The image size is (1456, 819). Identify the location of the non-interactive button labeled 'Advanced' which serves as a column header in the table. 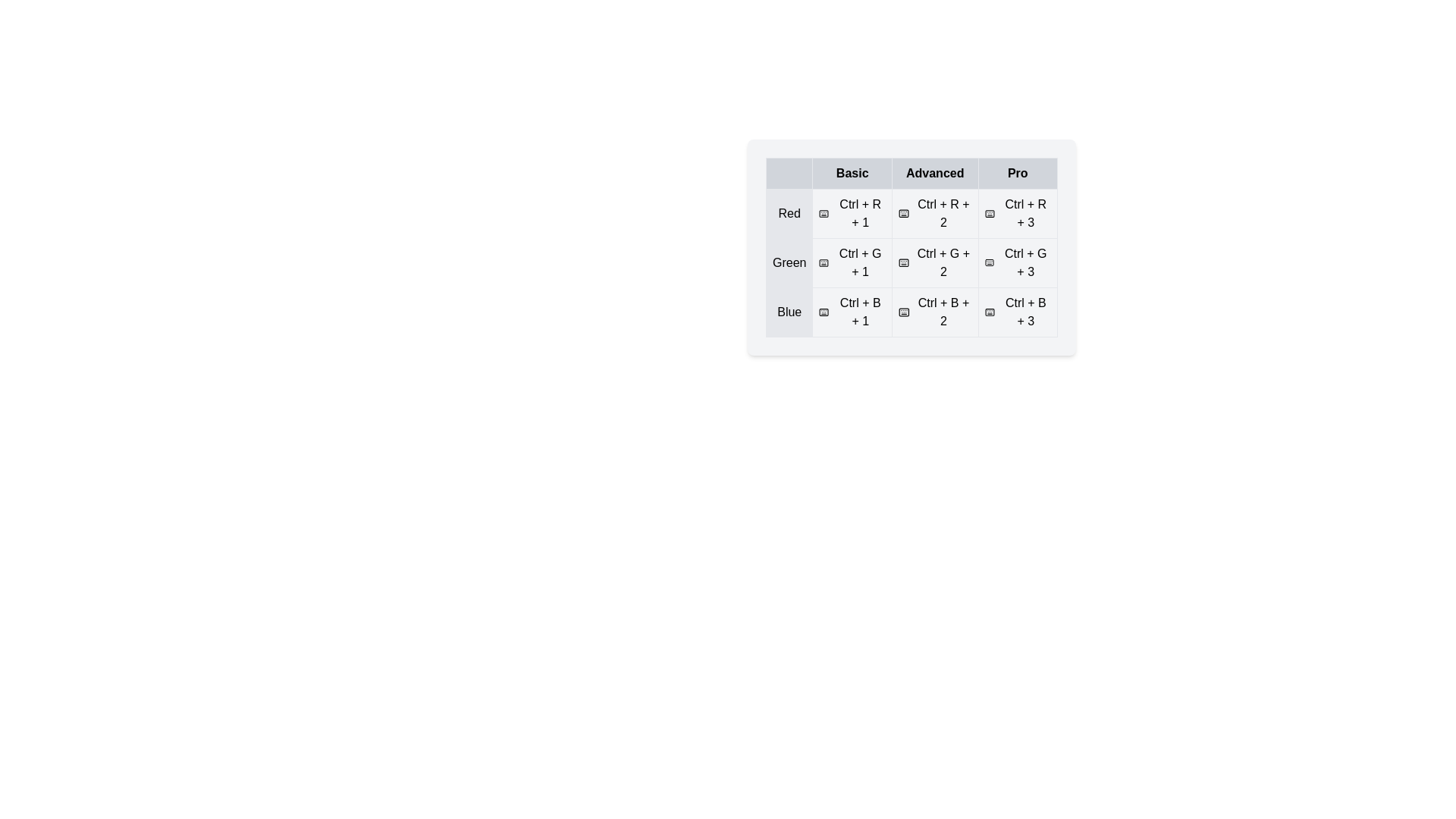
(934, 172).